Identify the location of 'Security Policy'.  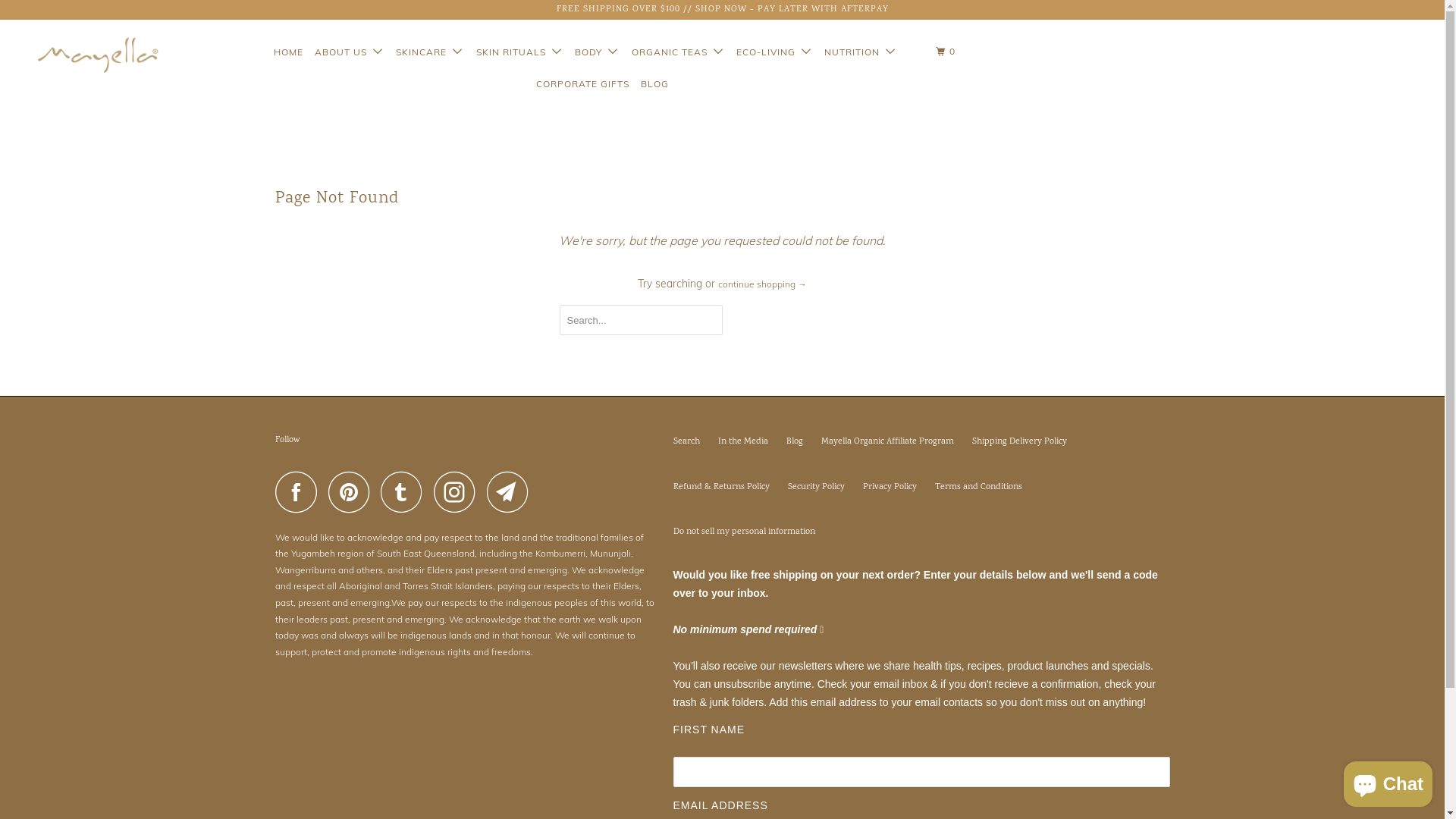
(786, 487).